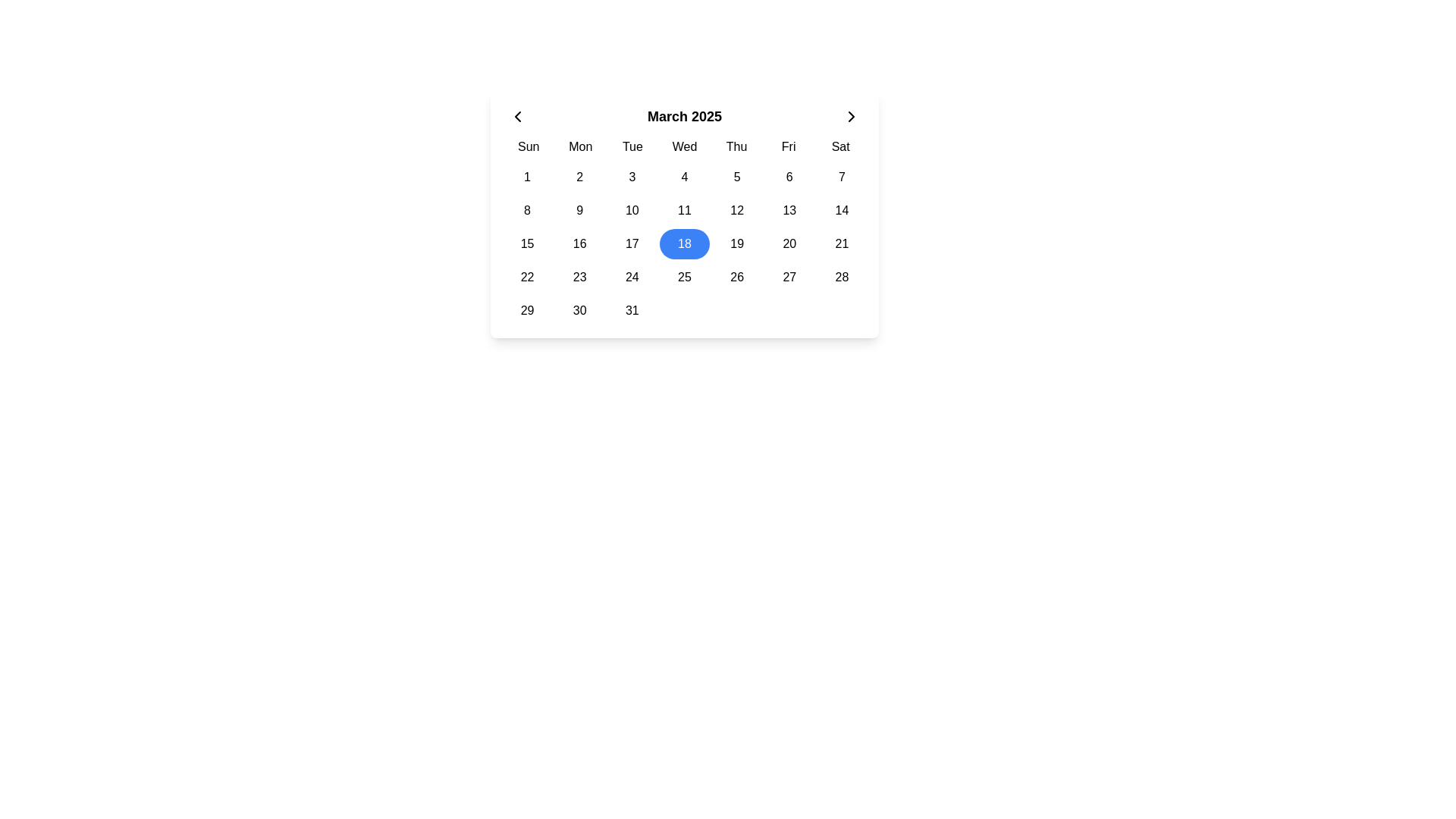  Describe the element at coordinates (683, 210) in the screenshot. I see `the circular button displaying the number '11' in the calendar month view` at that location.